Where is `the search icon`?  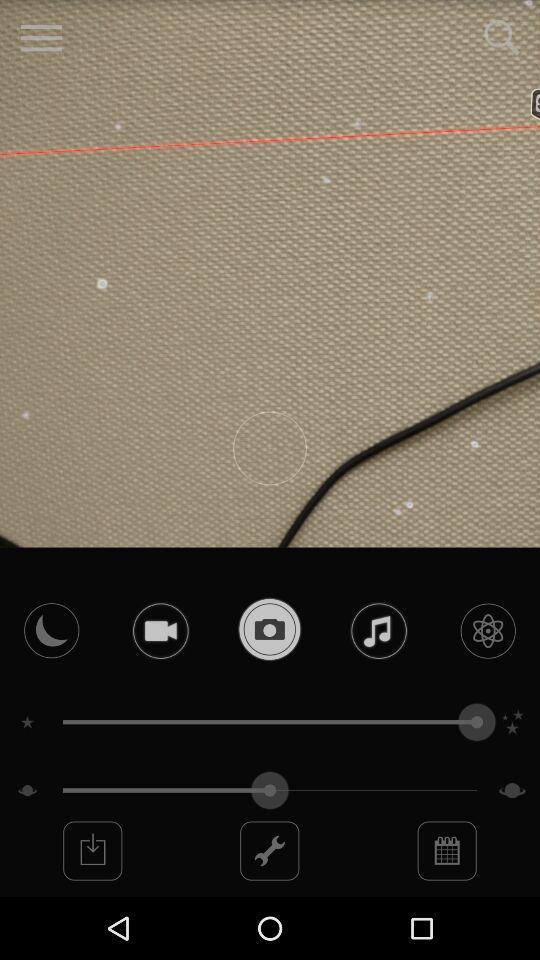
the search icon is located at coordinates (501, 39).